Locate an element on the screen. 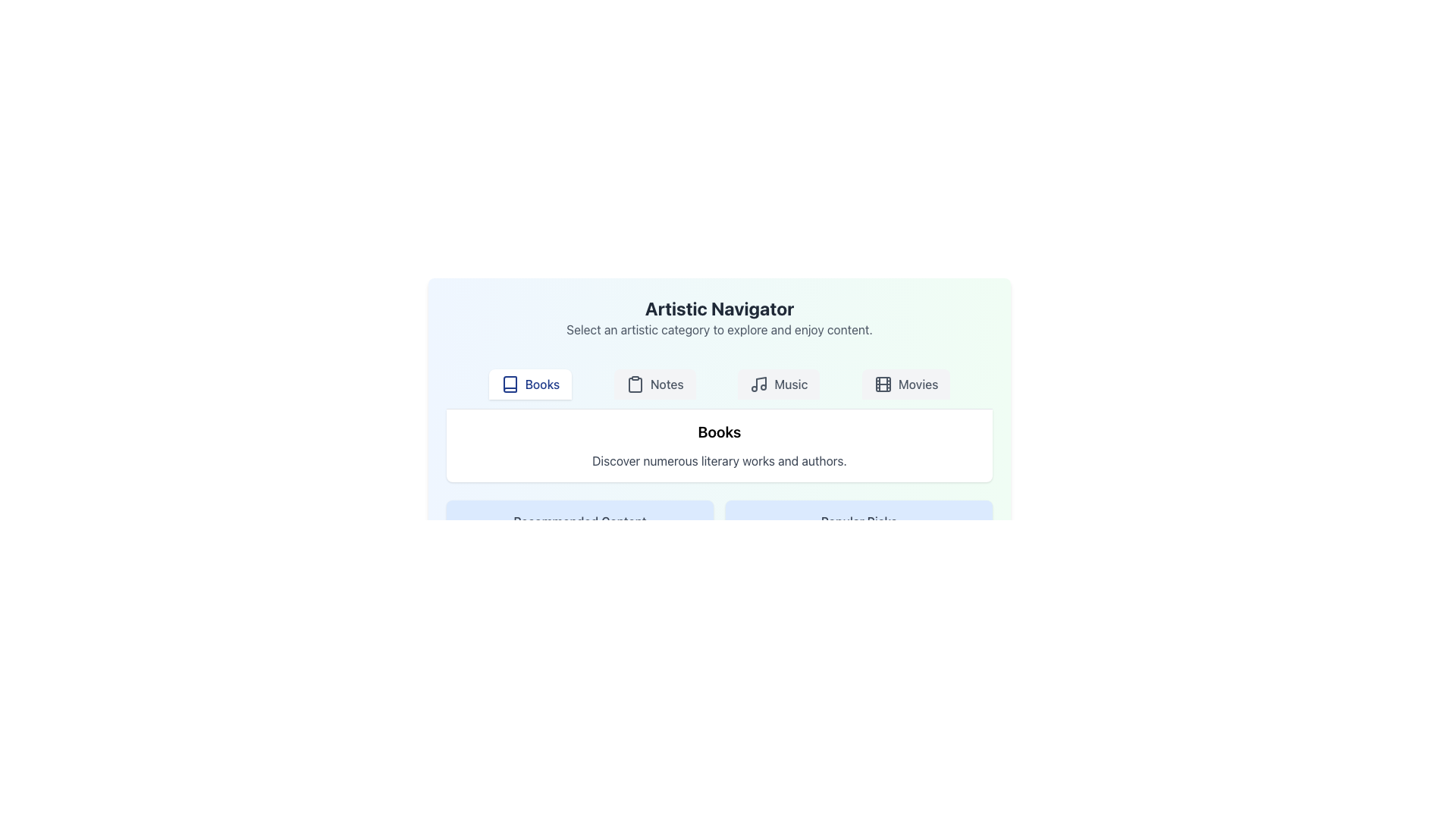 This screenshot has width=1456, height=819. the clipboard icon in the 'Notes' tab to switch tabs is located at coordinates (635, 383).